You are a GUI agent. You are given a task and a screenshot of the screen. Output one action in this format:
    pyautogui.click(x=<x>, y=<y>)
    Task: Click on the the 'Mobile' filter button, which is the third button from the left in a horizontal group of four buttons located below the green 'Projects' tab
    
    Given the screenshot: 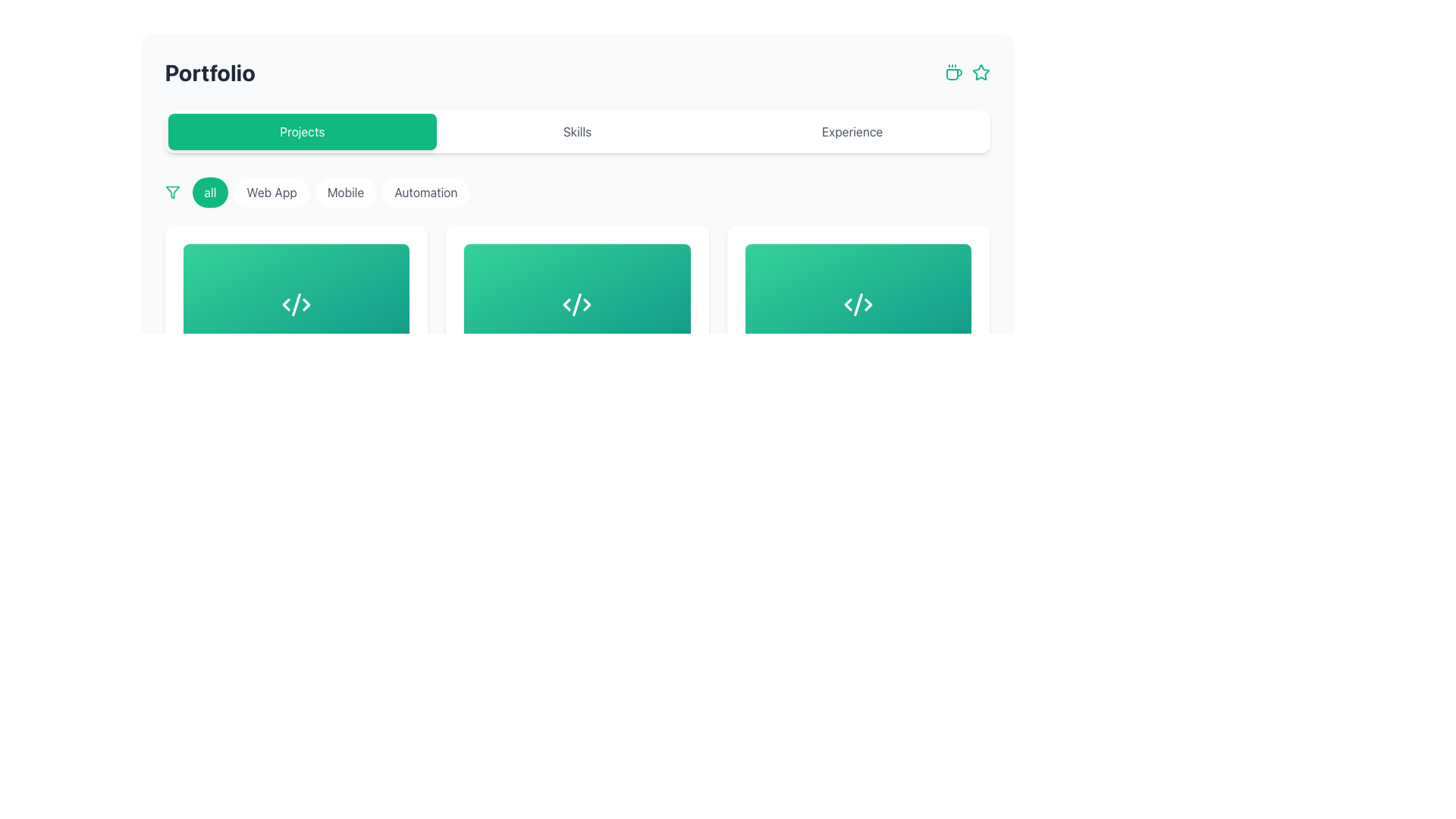 What is the action you would take?
    pyautogui.click(x=345, y=192)
    